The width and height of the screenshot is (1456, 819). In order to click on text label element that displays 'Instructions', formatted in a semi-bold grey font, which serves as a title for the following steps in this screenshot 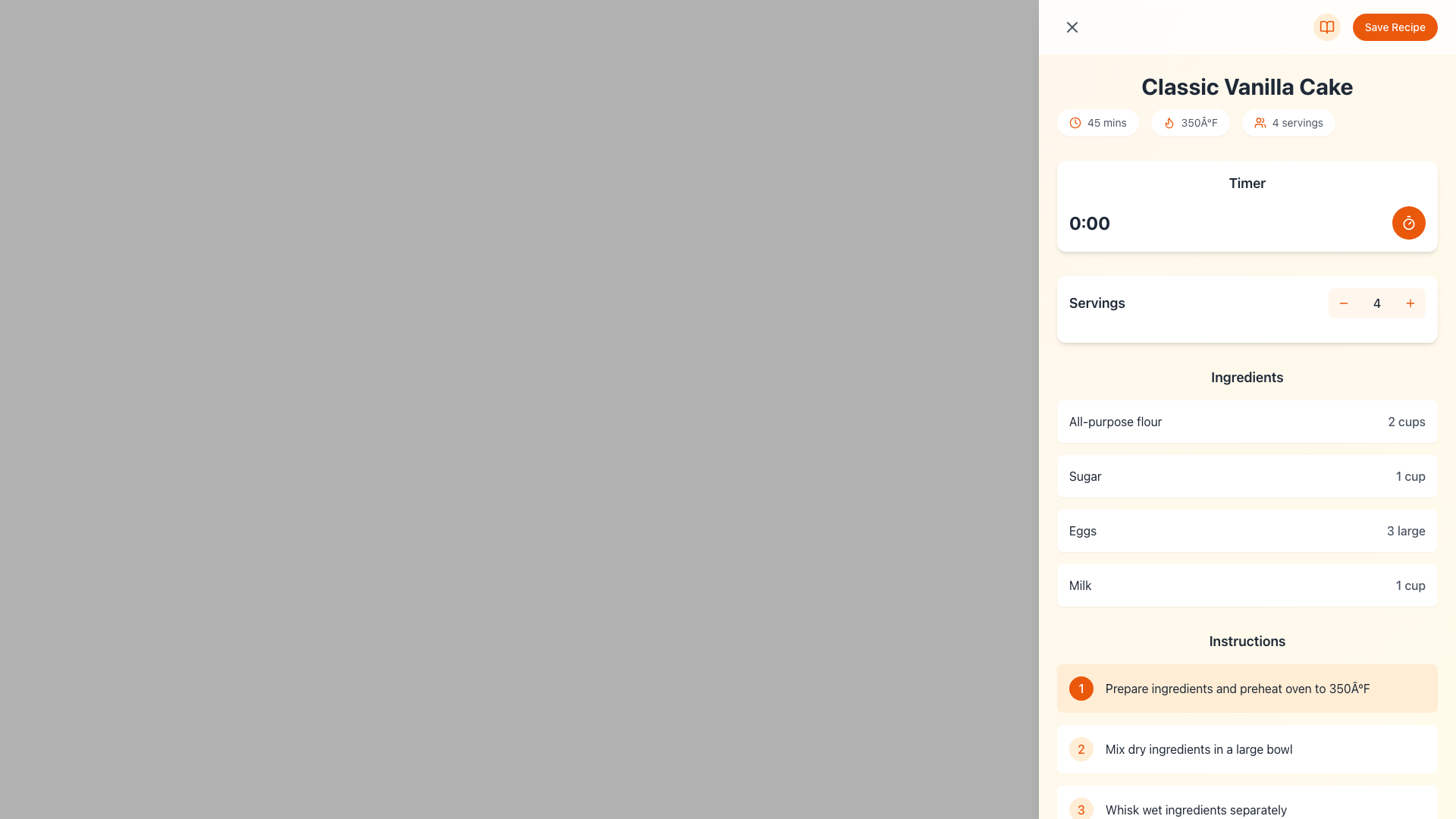, I will do `click(1247, 641)`.